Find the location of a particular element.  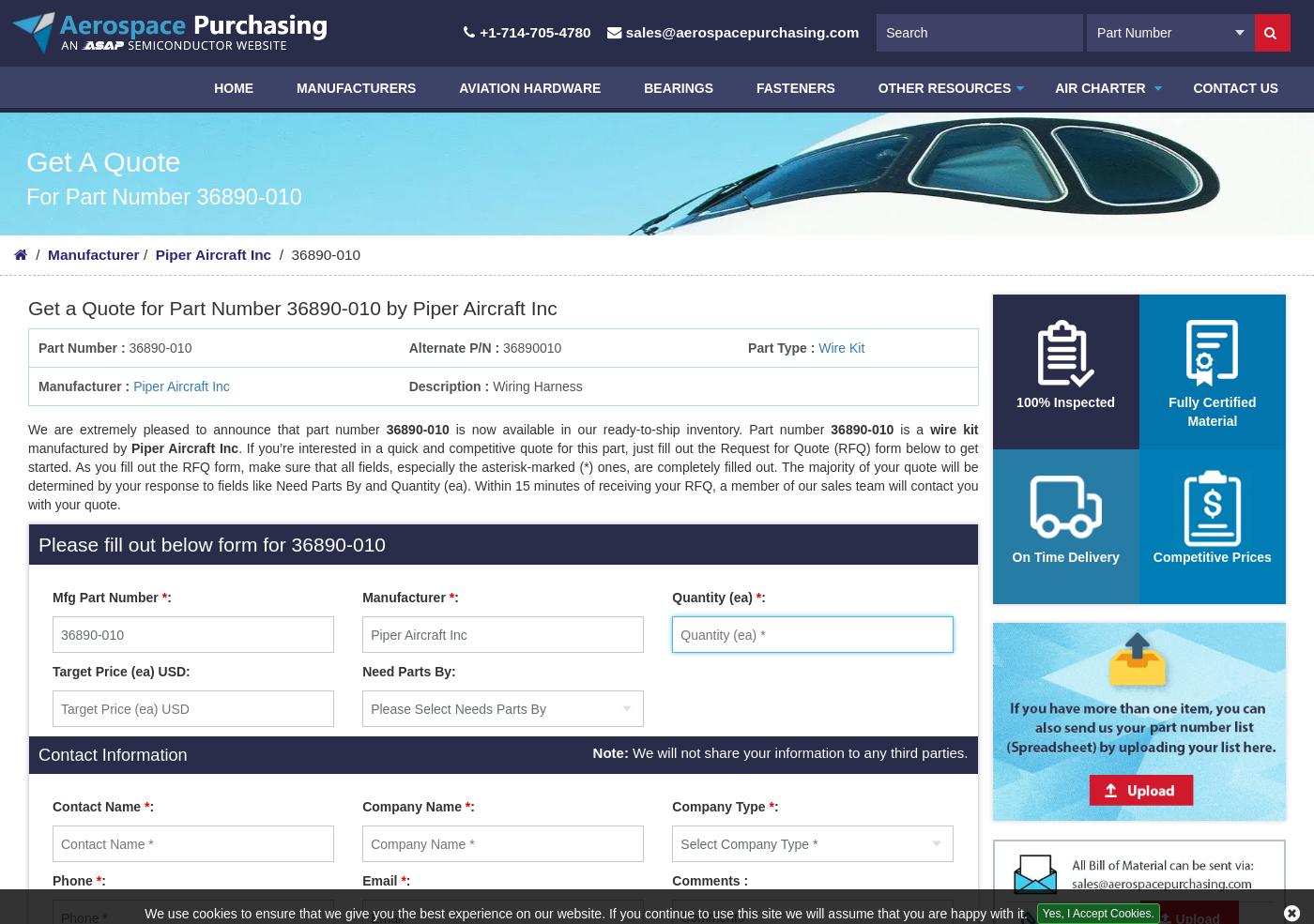

'Home' is located at coordinates (236, 86).